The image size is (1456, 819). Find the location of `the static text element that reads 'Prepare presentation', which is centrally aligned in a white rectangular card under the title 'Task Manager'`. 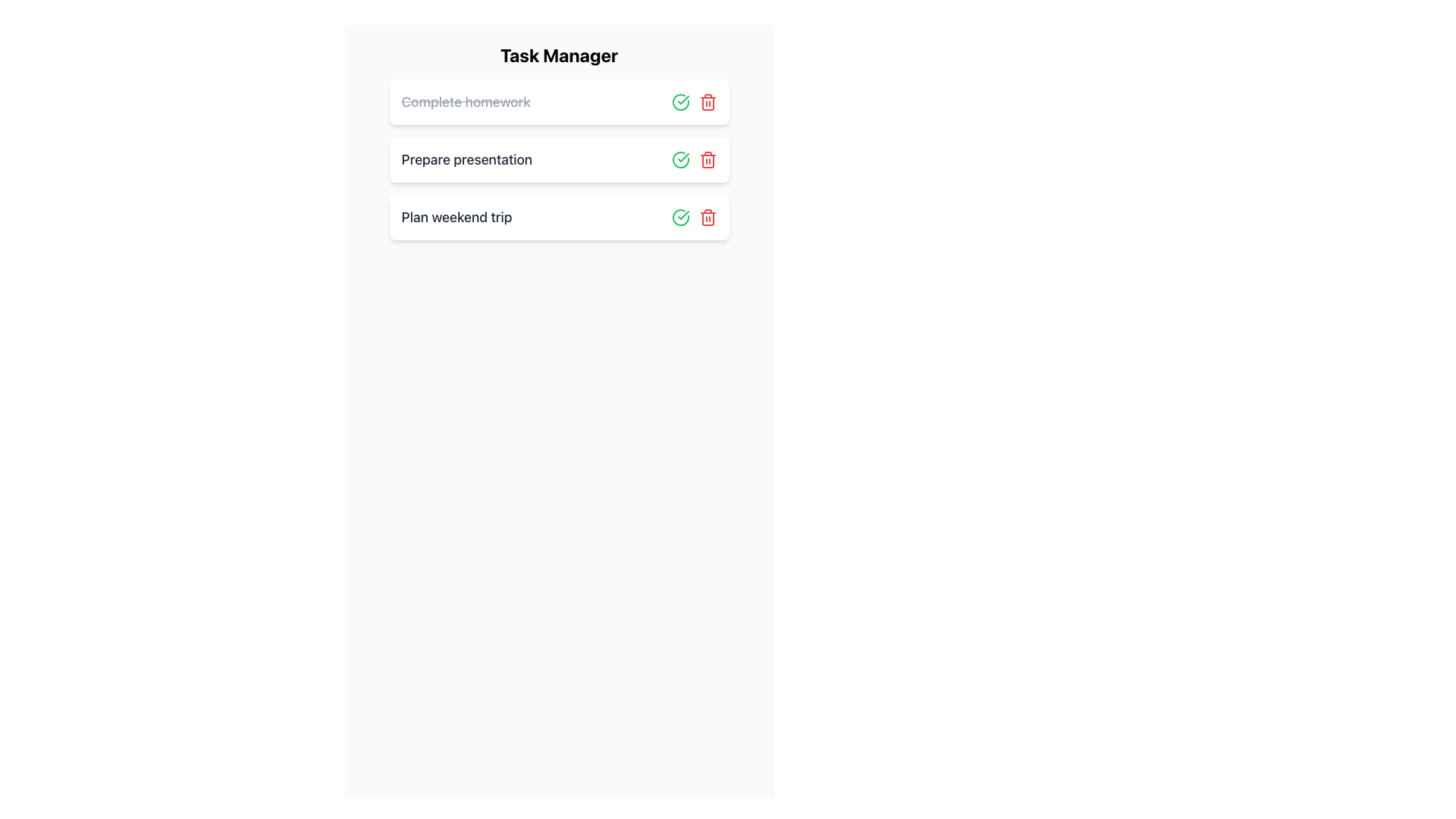

the static text element that reads 'Prepare presentation', which is centrally aligned in a white rectangular card under the title 'Task Manager' is located at coordinates (466, 159).